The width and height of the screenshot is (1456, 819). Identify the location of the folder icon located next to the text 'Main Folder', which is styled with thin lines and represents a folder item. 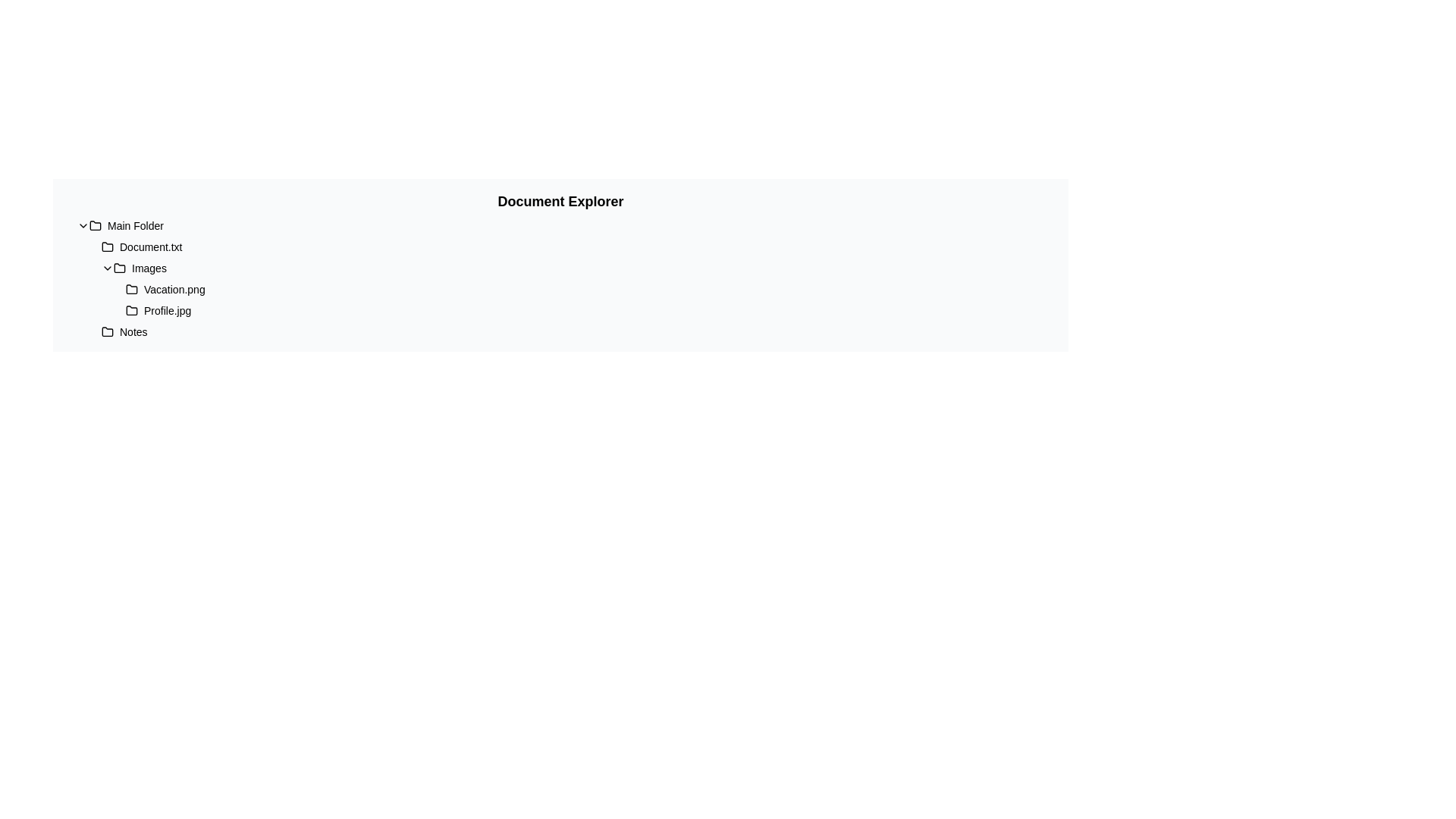
(94, 225).